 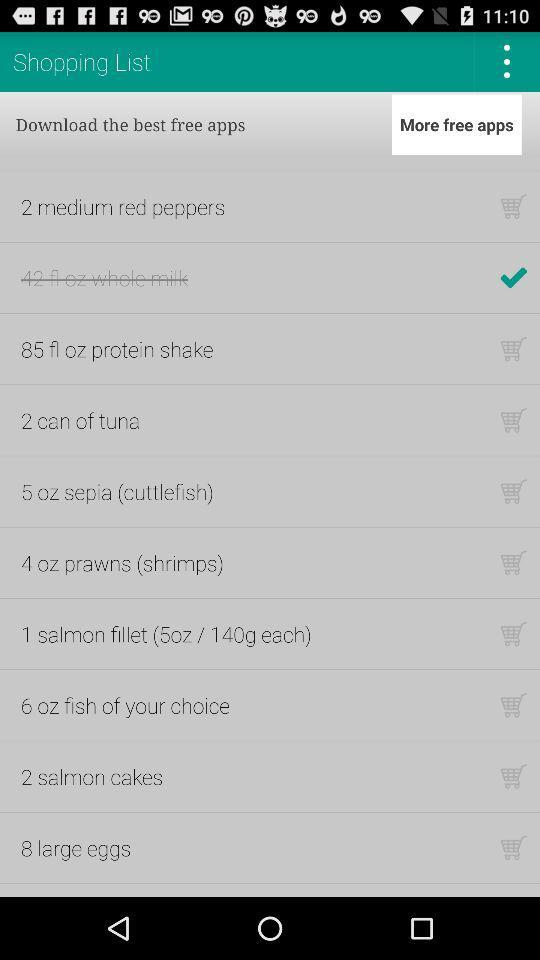 I want to click on 1 salmon fillet, so click(x=165, y=633).